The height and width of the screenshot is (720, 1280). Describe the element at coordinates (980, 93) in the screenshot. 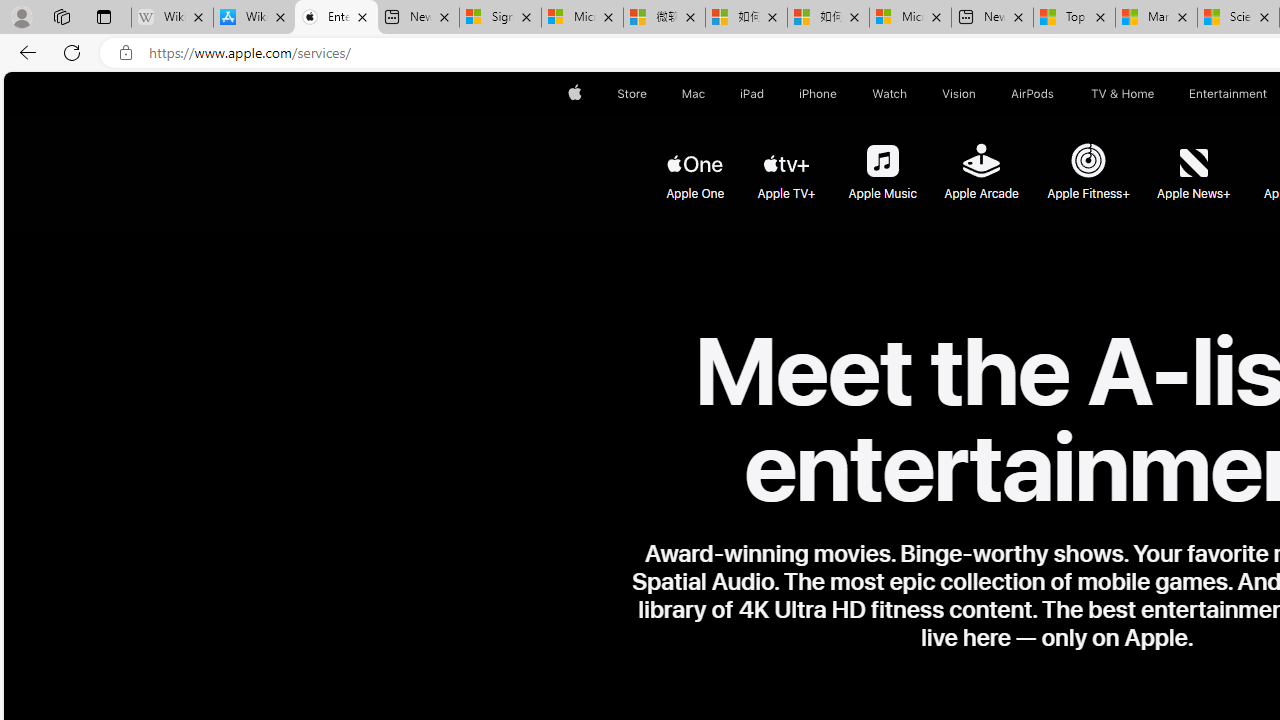

I see `'Vision menu'` at that location.